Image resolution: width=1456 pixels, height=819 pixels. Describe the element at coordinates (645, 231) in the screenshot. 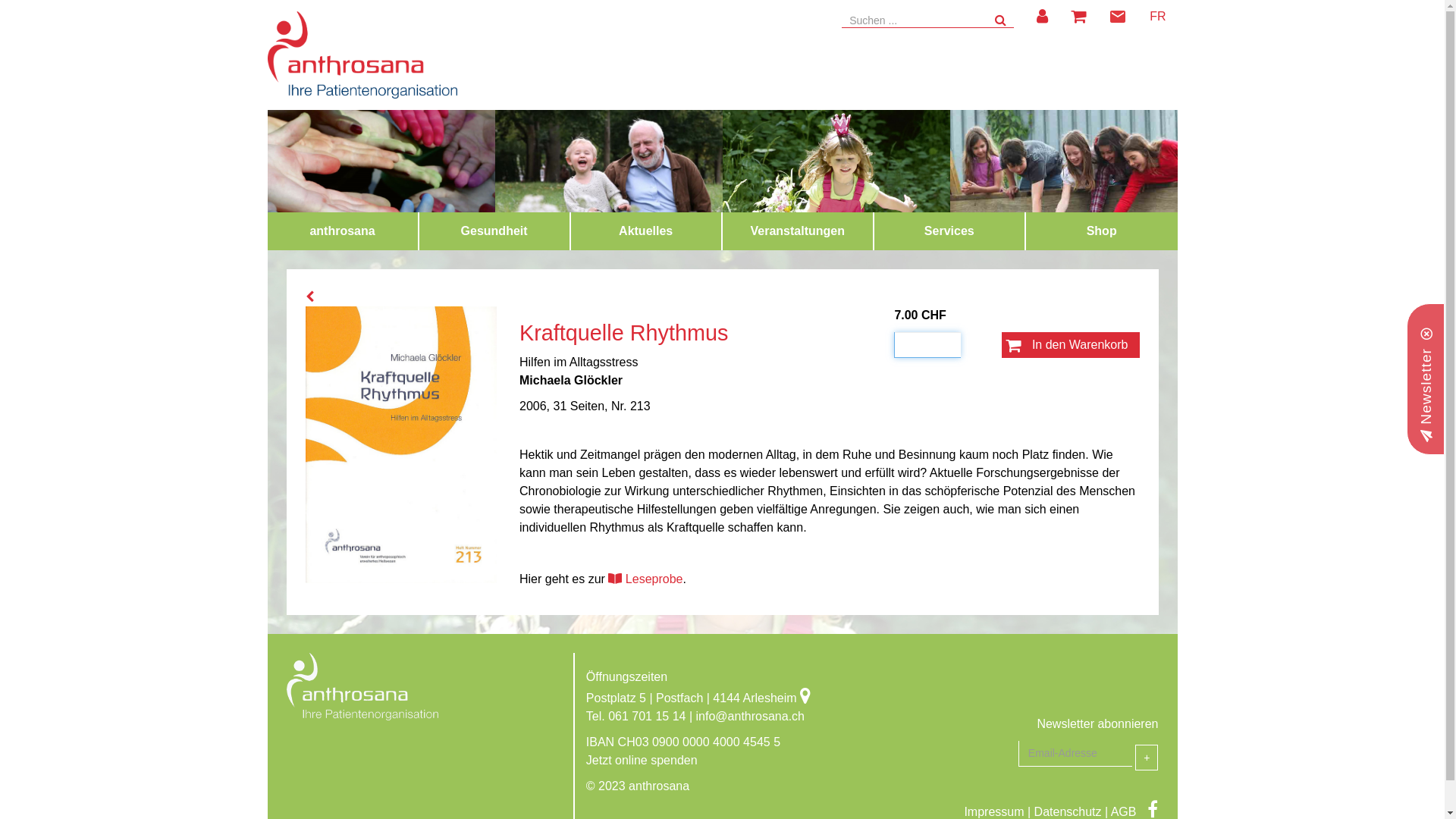

I see `'Aktuelles'` at that location.